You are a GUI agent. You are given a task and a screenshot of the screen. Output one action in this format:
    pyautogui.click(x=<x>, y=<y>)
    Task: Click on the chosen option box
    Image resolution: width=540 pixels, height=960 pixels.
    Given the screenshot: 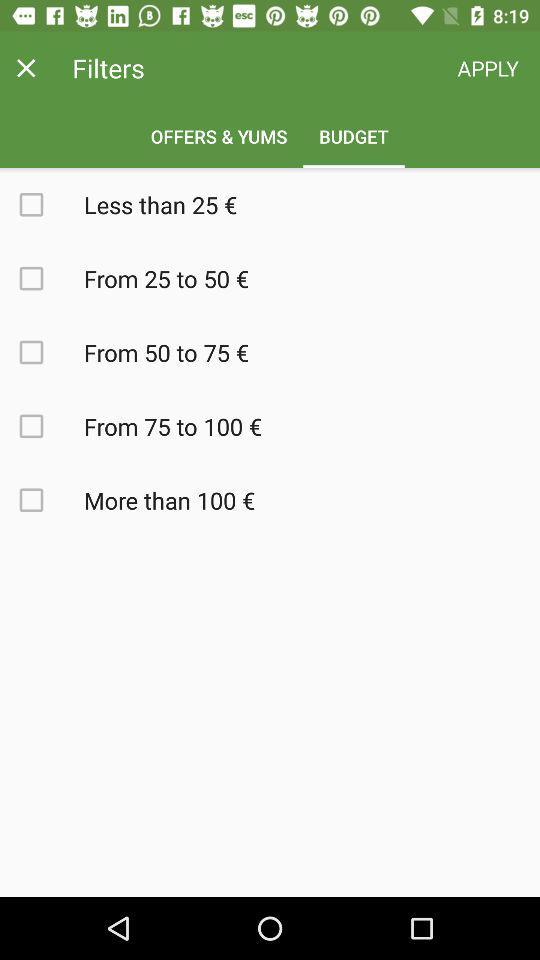 What is the action you would take?
    pyautogui.click(x=42, y=499)
    